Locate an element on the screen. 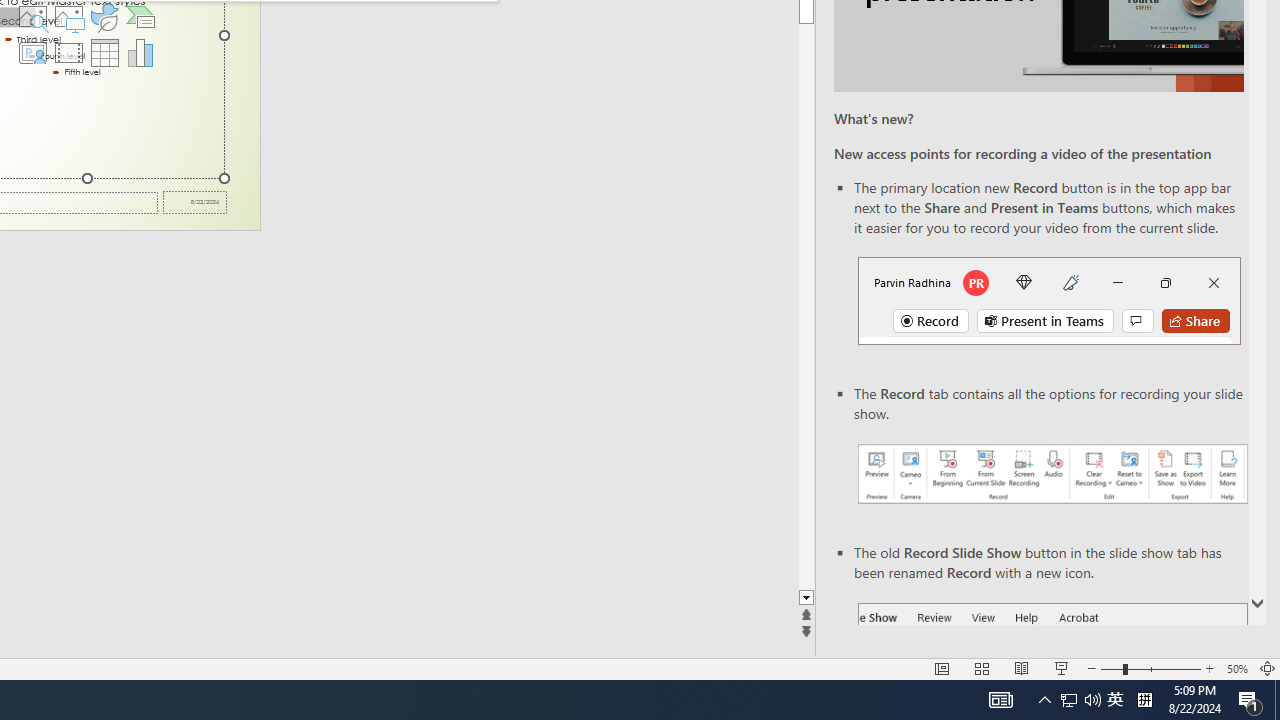 Image resolution: width=1280 pixels, height=720 pixels. 'Insert Chart' is located at coordinates (140, 51).